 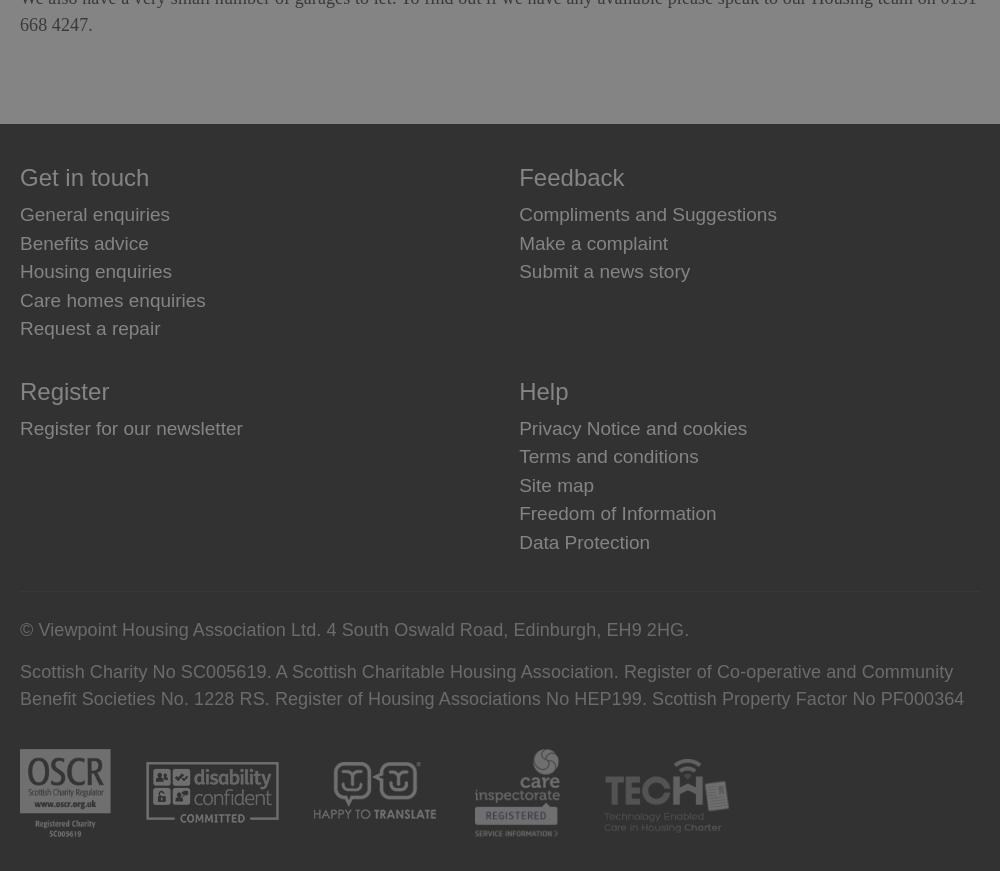 I want to click on 'Feedback', so click(x=570, y=177).